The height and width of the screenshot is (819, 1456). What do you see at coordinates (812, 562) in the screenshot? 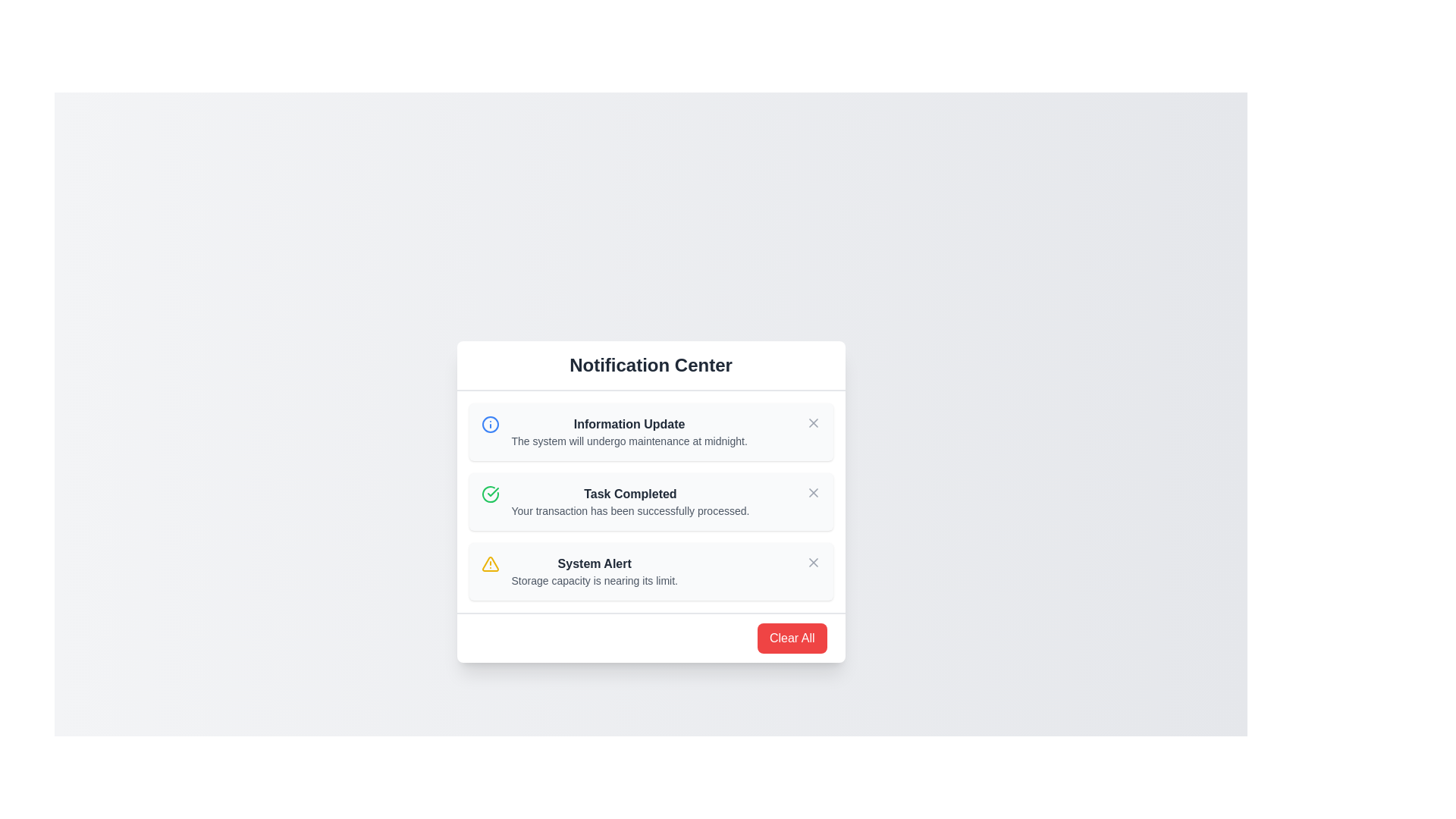
I see `the close button located at the top right corner of the 'System Alert' notification in the Notification Center` at bounding box center [812, 562].